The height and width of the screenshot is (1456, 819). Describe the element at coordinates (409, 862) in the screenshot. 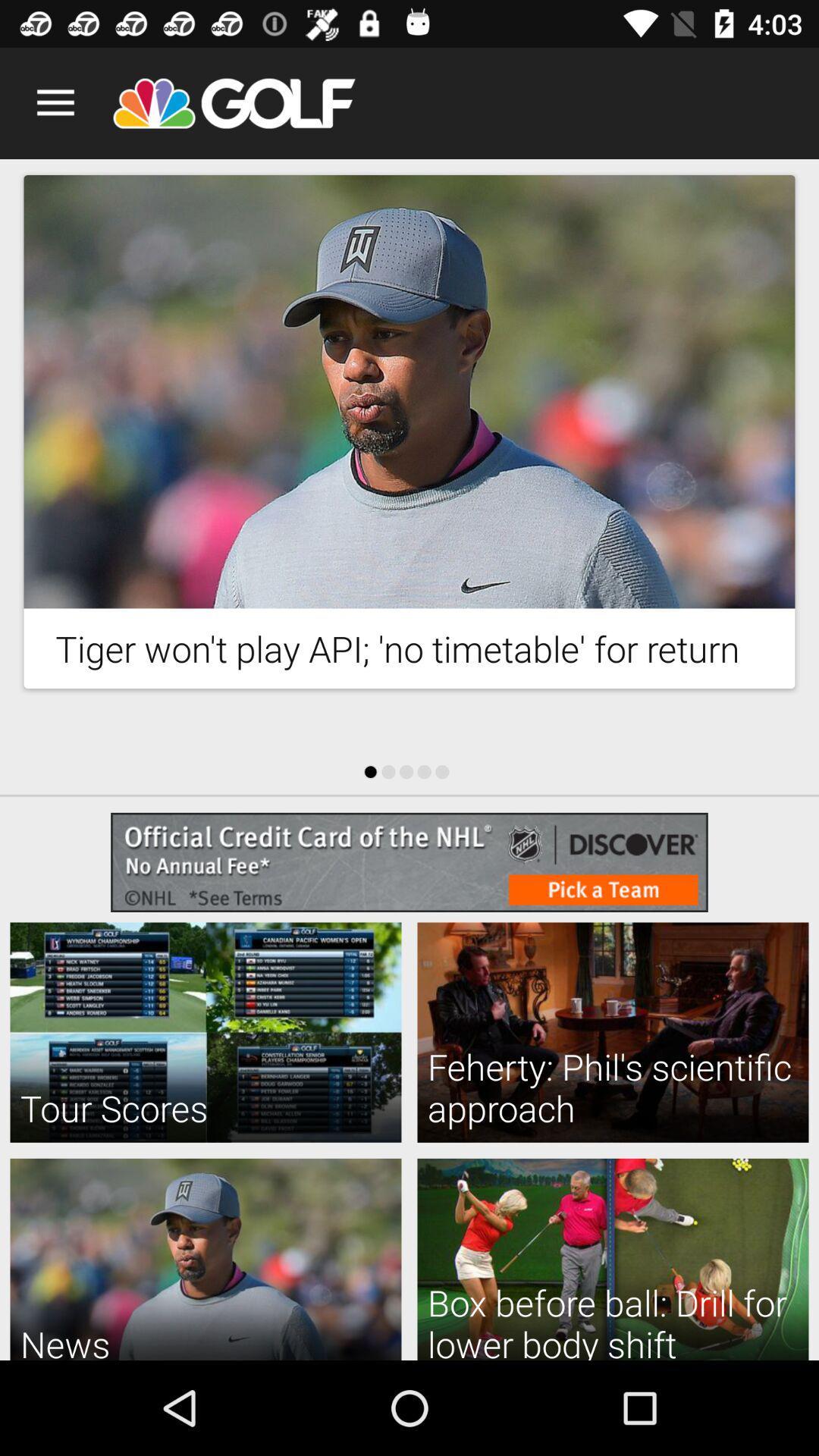

I see `website` at that location.